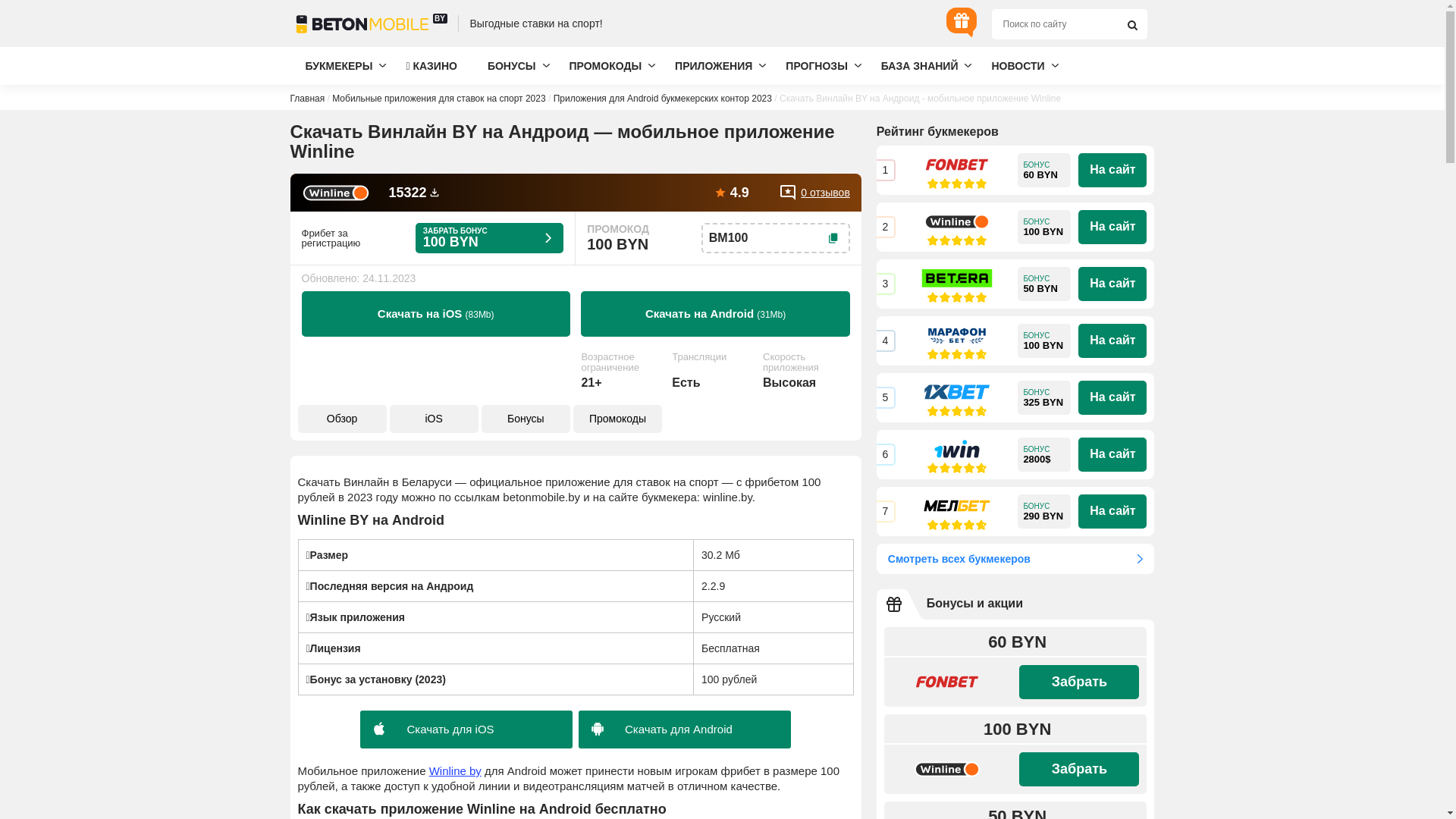 The image size is (1456, 819). What do you see at coordinates (731, 192) in the screenshot?
I see `'4.9'` at bounding box center [731, 192].